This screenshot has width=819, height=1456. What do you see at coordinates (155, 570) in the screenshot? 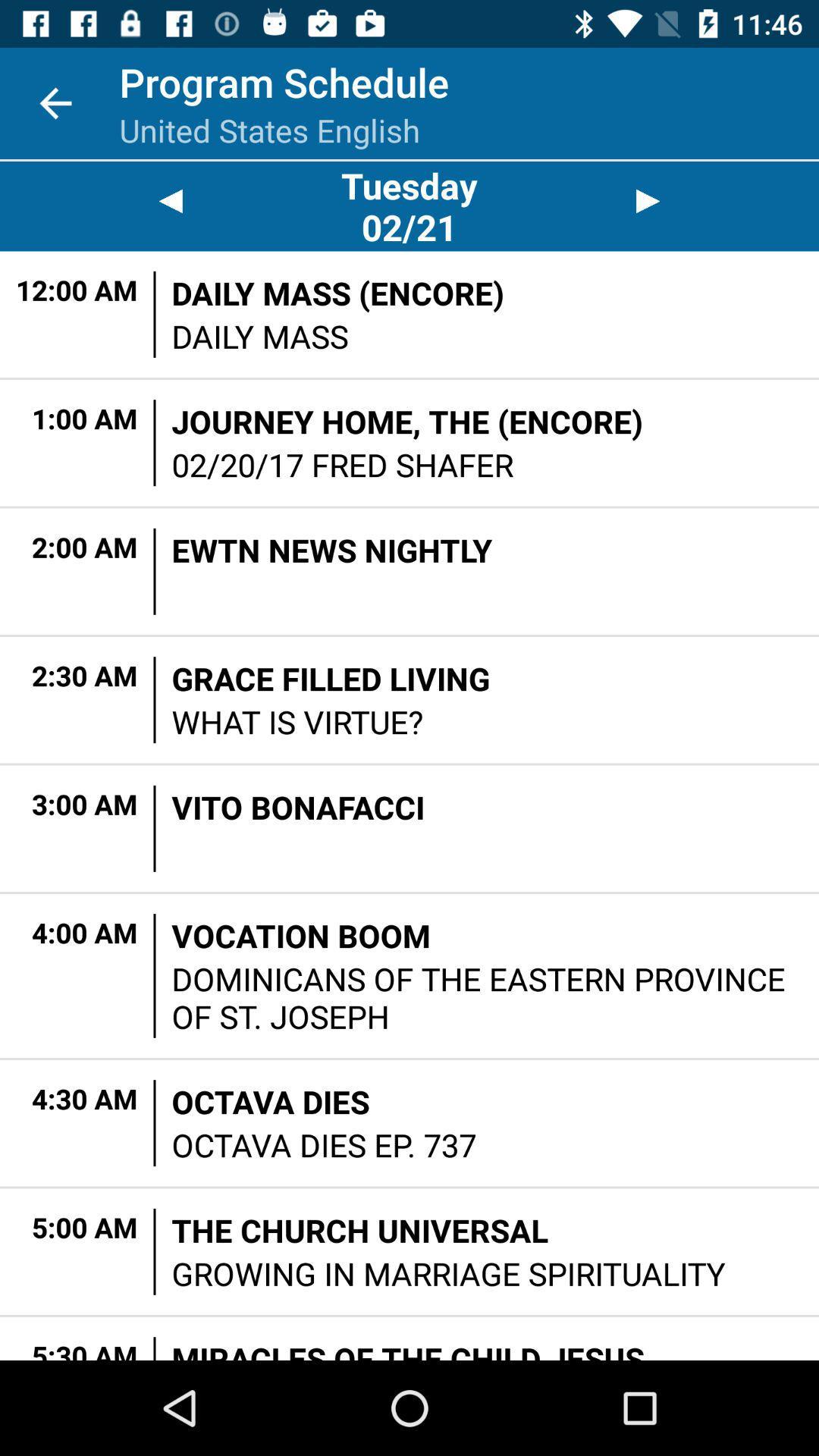
I see `the icon next to the ewtn news nightly icon` at bounding box center [155, 570].